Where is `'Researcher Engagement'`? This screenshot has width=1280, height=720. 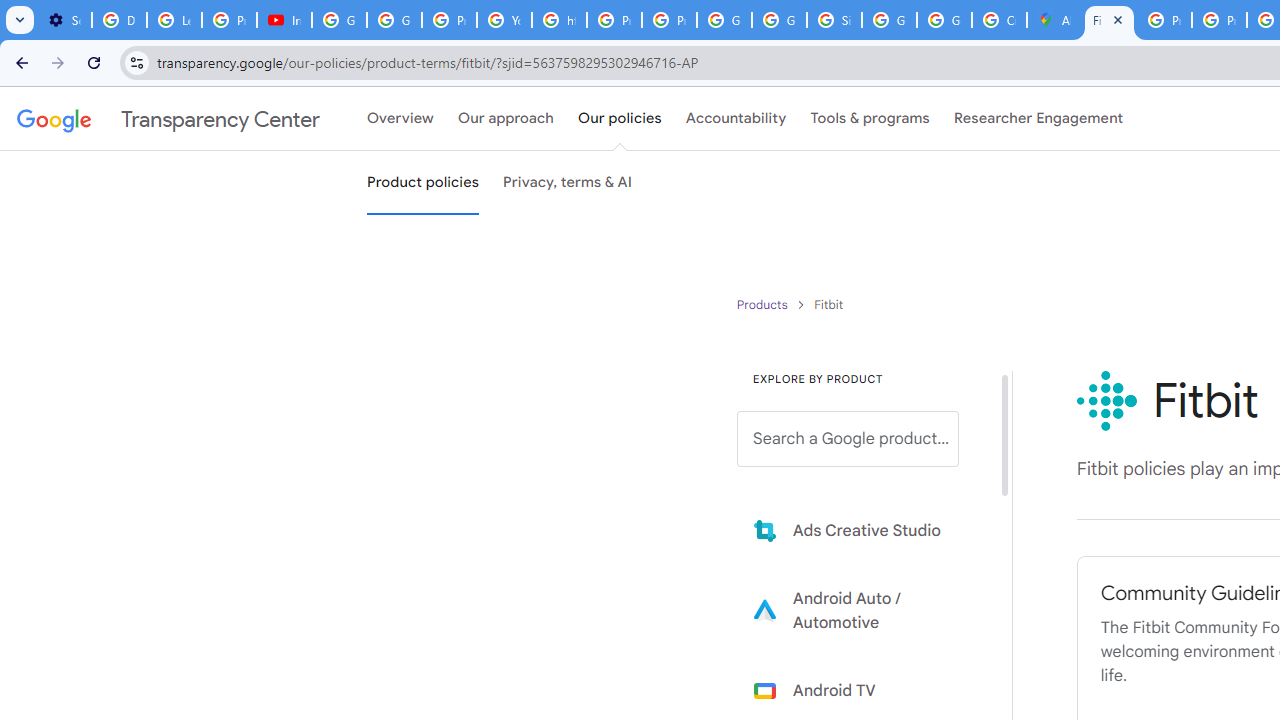 'Researcher Engagement' is located at coordinates (1038, 119).